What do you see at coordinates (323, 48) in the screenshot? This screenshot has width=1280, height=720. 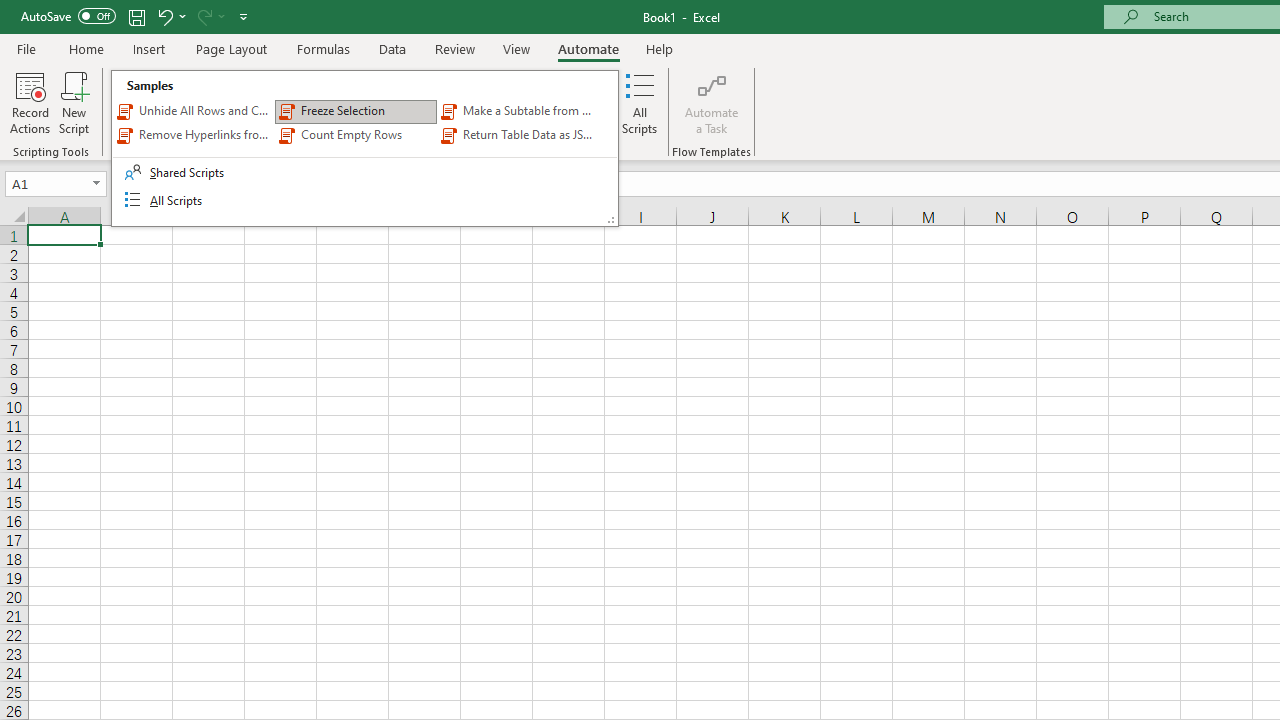 I see `'Formulas'` at bounding box center [323, 48].